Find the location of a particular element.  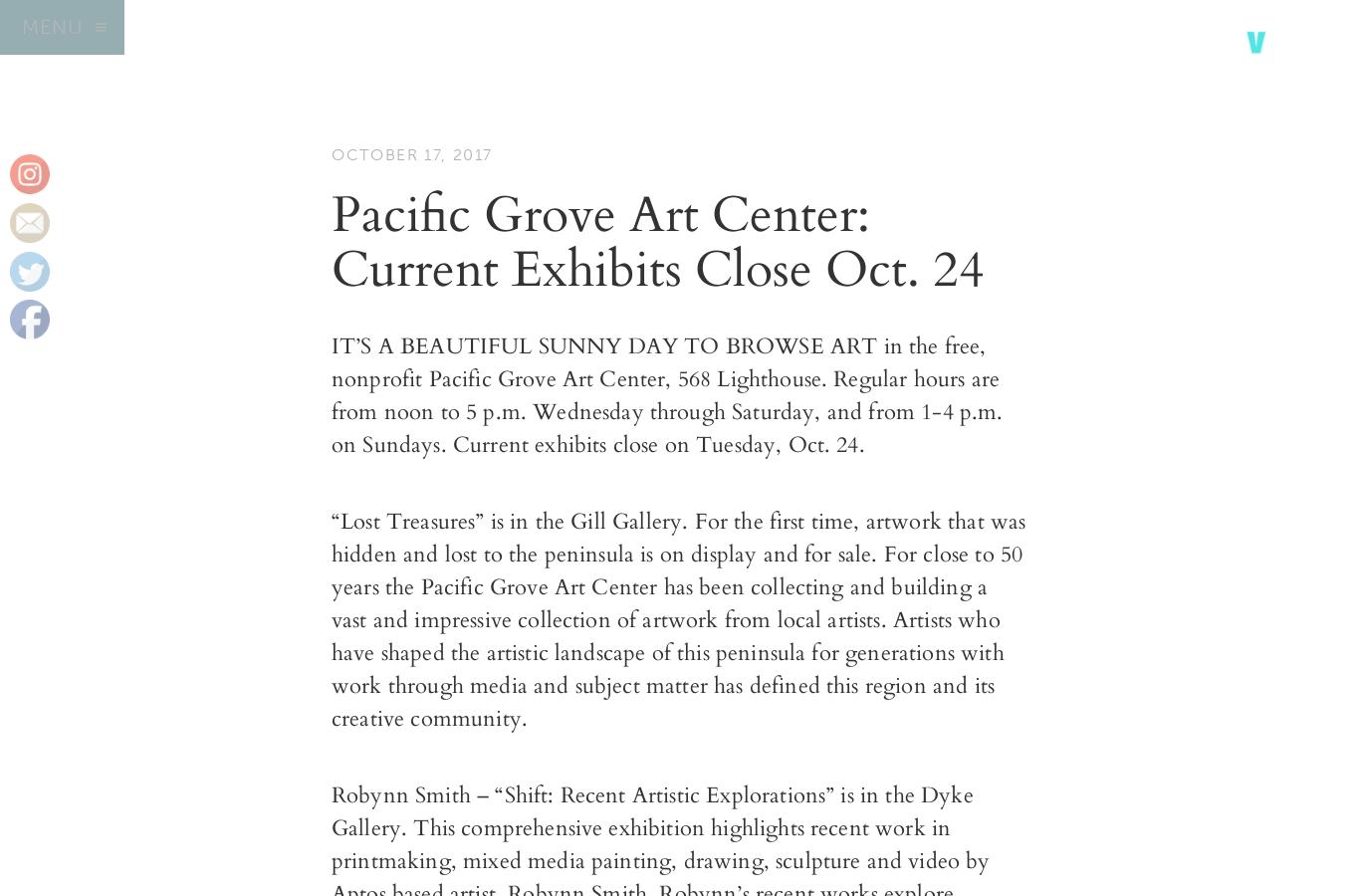

'noon to 5 p.m.' is located at coordinates (455, 412).